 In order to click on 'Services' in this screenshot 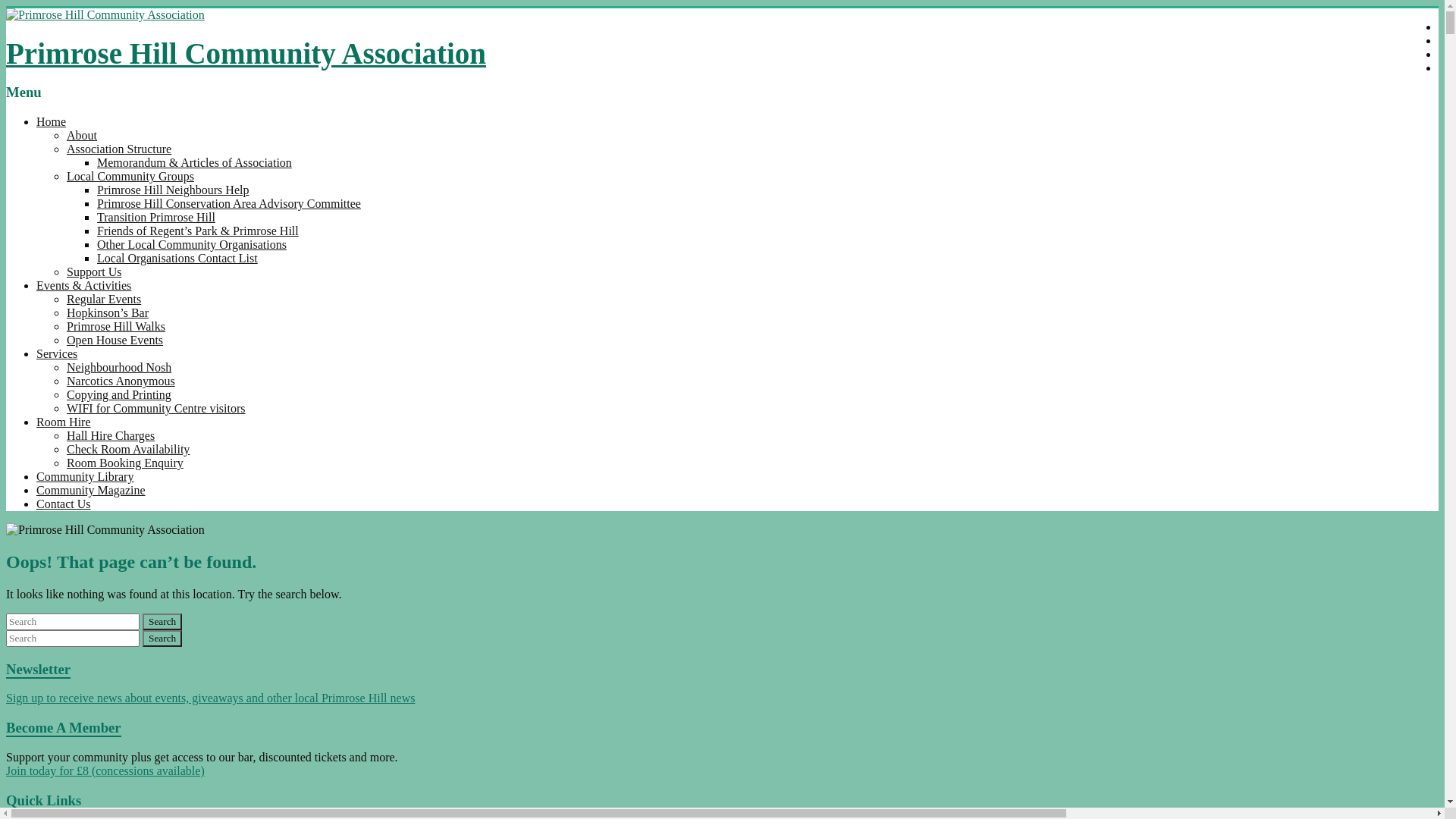, I will do `click(57, 353)`.